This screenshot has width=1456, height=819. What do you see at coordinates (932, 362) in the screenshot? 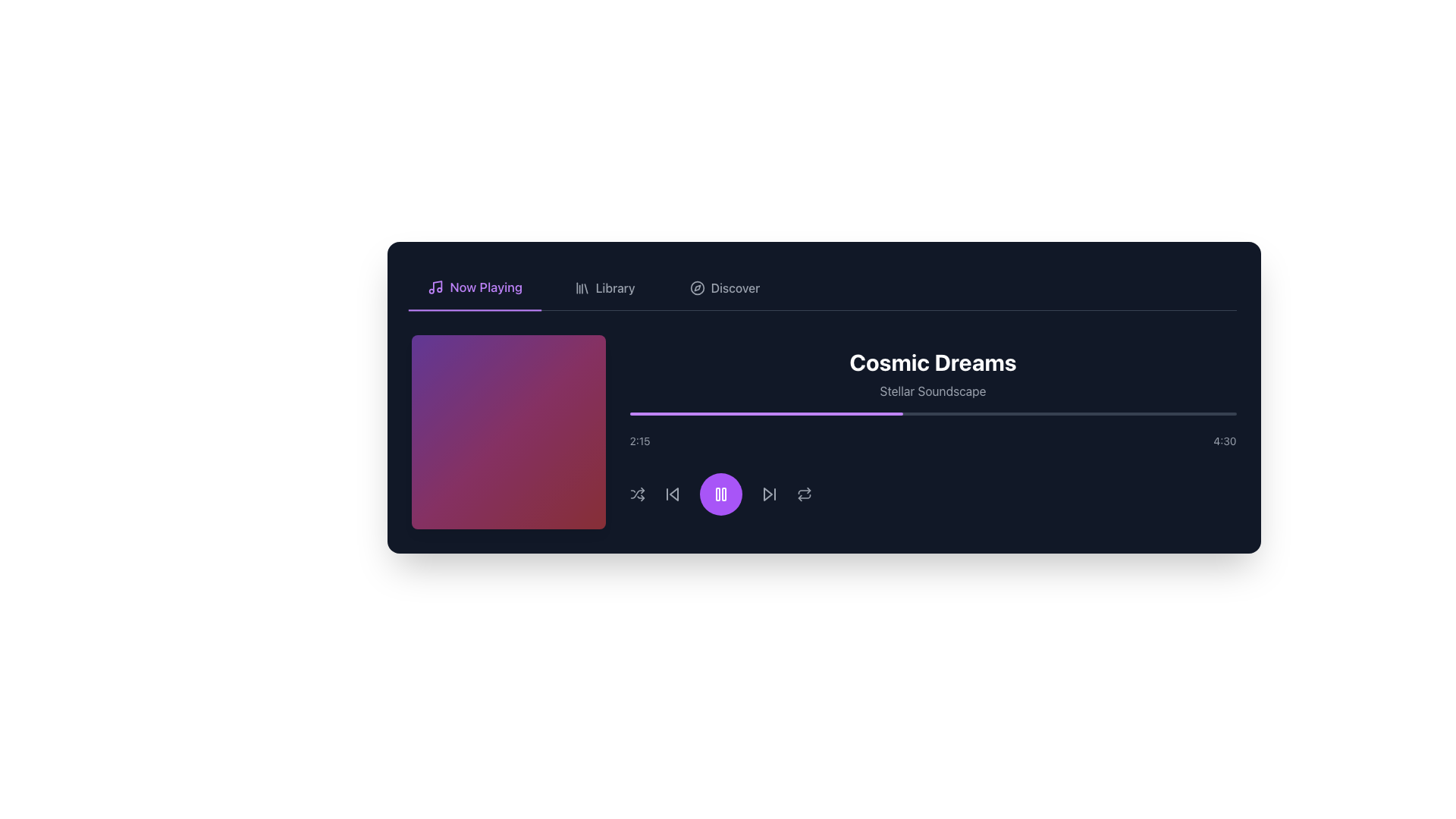
I see `the text label displaying 'Cosmic Dreams', which is styled with a bold and large font in white color on a dark background, located centrally in the interface above 'Stellar Soundscape'` at bounding box center [932, 362].